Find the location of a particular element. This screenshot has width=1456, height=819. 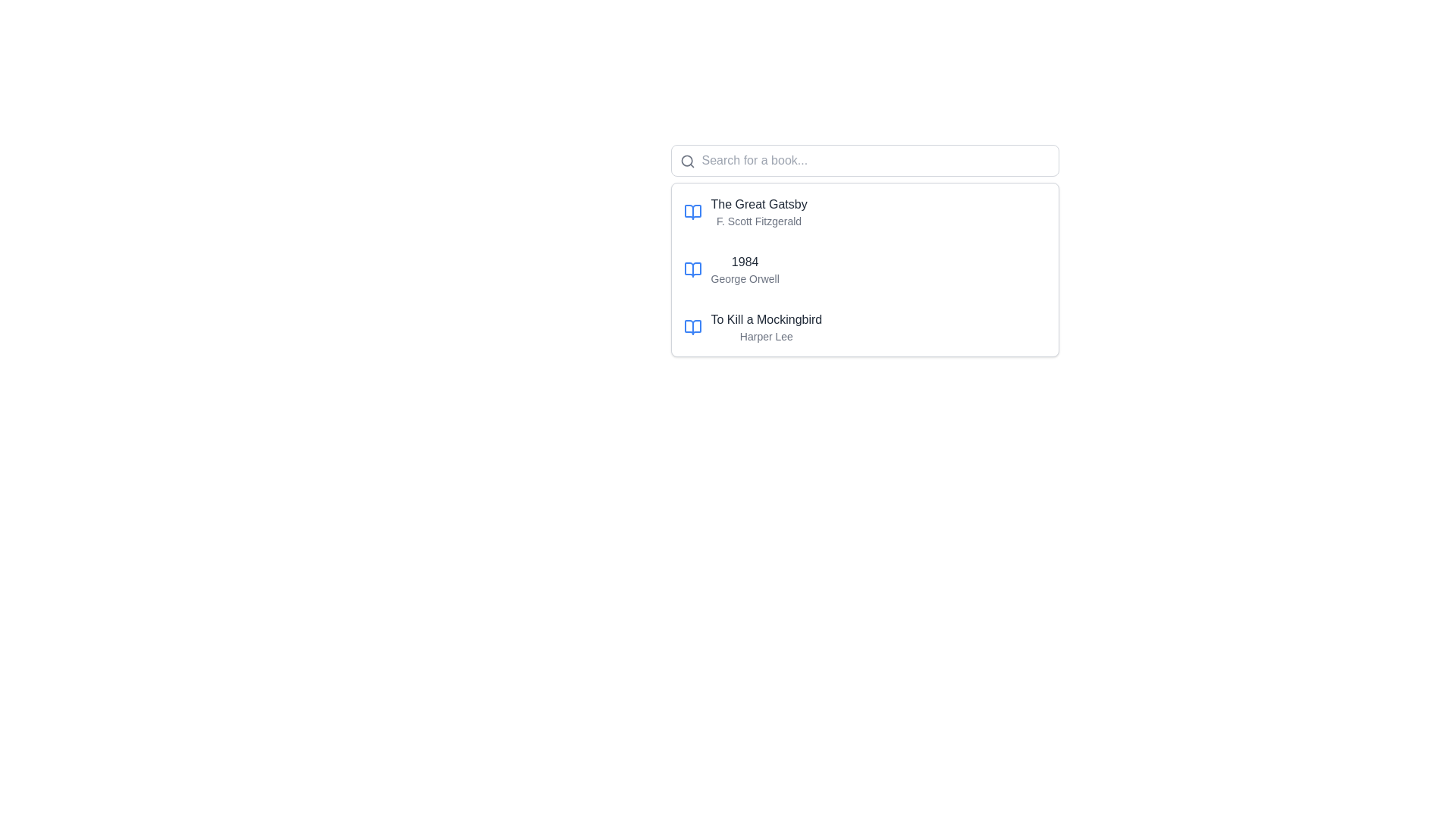

the title and author text element of the first book entry in the list, which is prominently styled with a bold title and a smaller author's name beneath it is located at coordinates (759, 212).